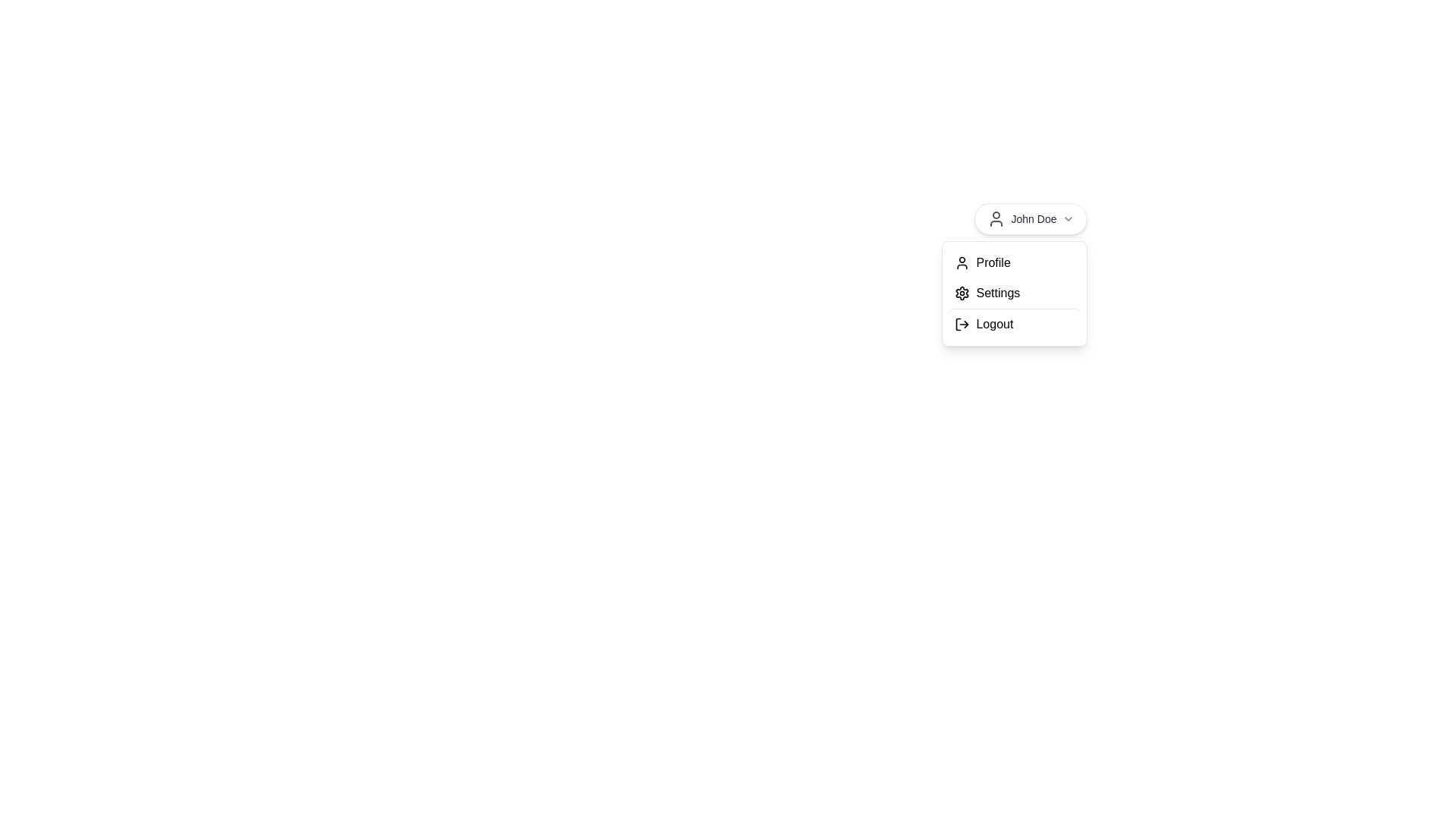  I want to click on the logout icon located at the bottom of the 'John Doe' dropdown menu, which visually indicates the logout functionality, so click(962, 324).